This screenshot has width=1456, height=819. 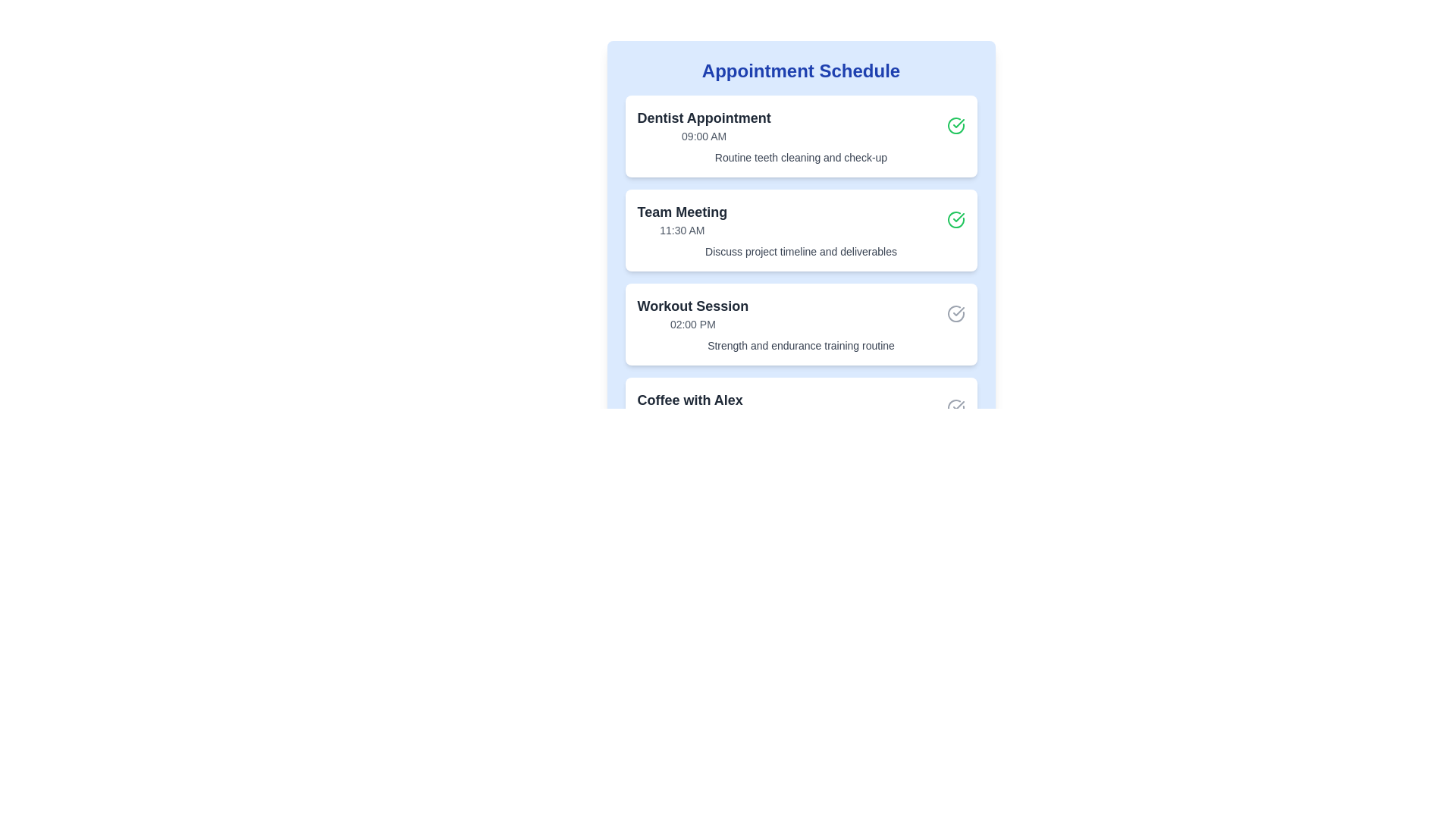 What do you see at coordinates (800, 231) in the screenshot?
I see `details displayed on the 'Team Meeting' card component, which is the second item in the vertical list under 'Appointment Schedule.'` at bounding box center [800, 231].